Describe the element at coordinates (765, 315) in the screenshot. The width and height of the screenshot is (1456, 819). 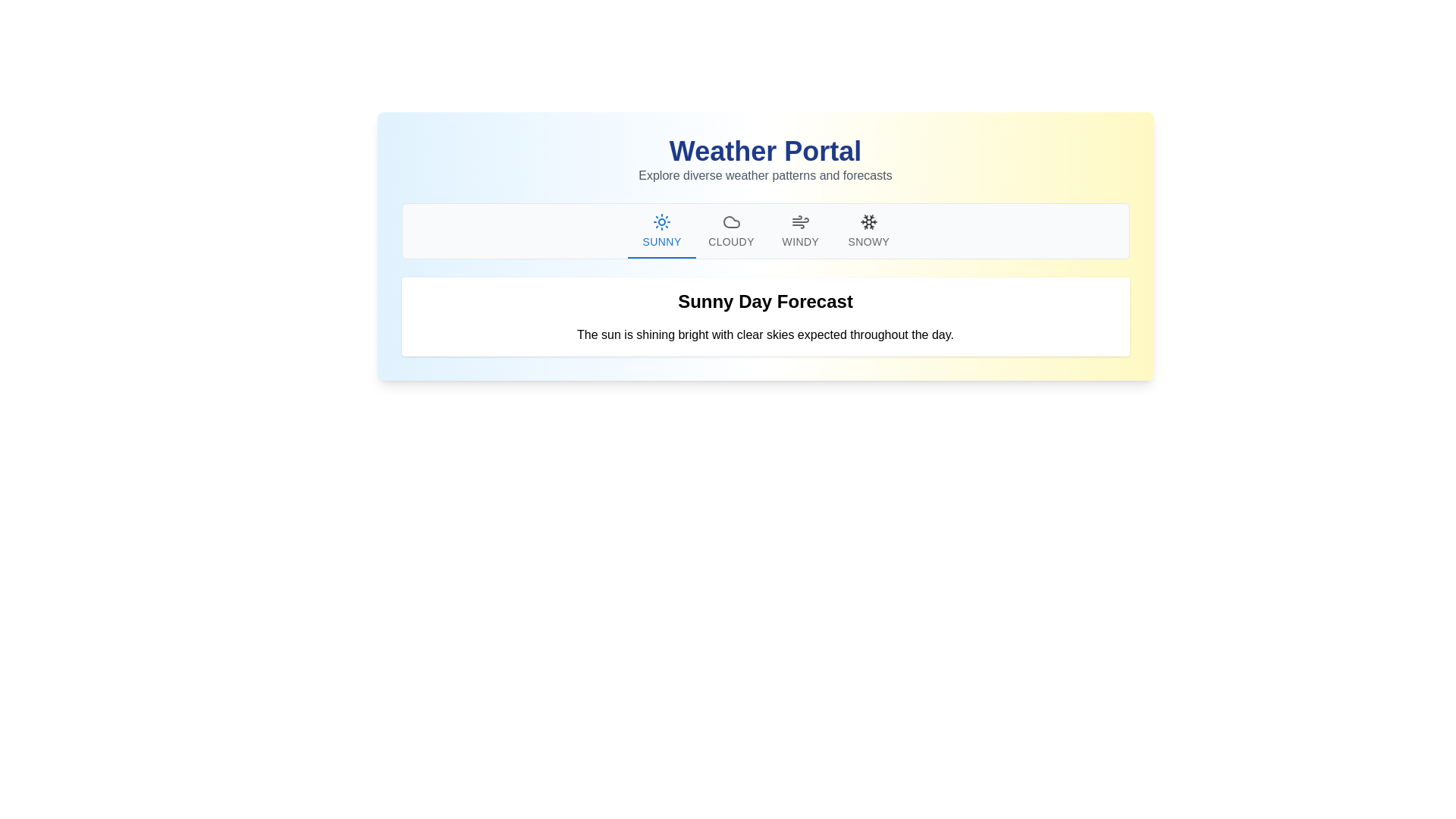
I see `the Information Panel titled 'Sunny Day Forecast' which contains the description 'The sun is shining bright with clear skies expected throughout the day.'` at that location.